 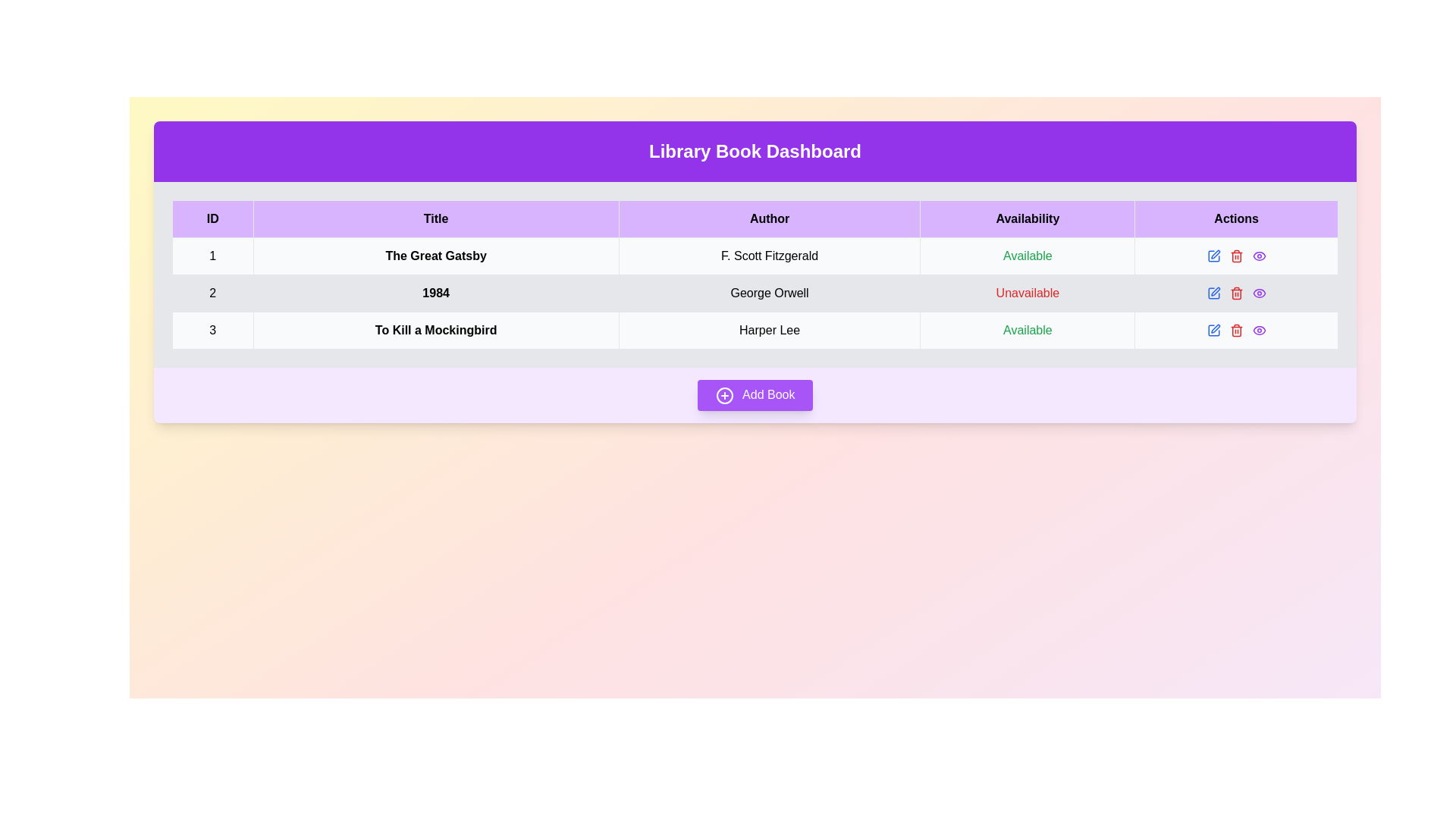 I want to click on the edit Icon button in the 'Actions' column of the last row in the table for the book 'To Kill a Mockingbird', so click(x=1213, y=329).